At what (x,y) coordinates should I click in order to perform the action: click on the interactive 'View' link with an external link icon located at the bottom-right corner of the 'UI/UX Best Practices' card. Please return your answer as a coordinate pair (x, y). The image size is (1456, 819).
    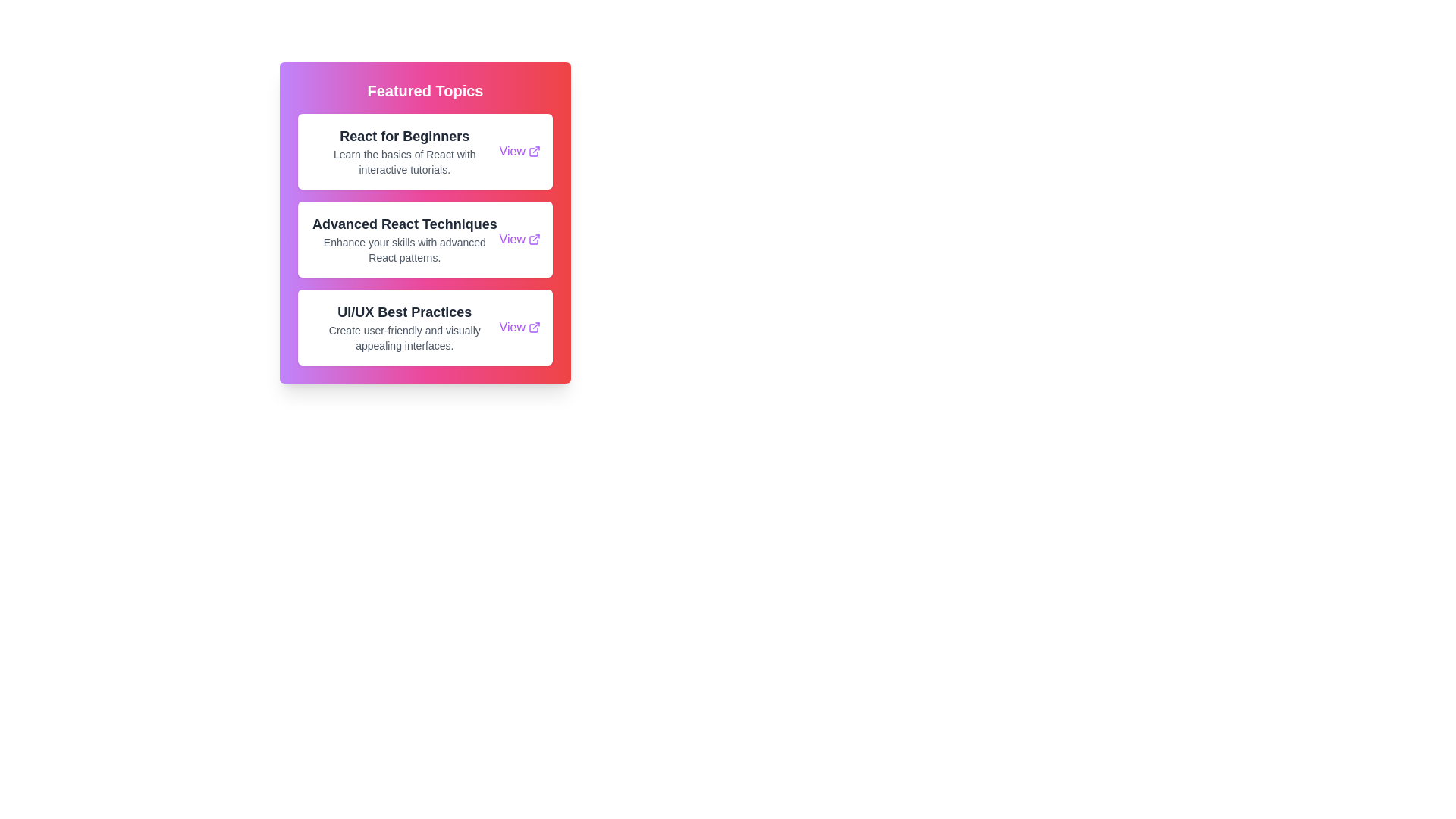
    Looking at the image, I should click on (519, 327).